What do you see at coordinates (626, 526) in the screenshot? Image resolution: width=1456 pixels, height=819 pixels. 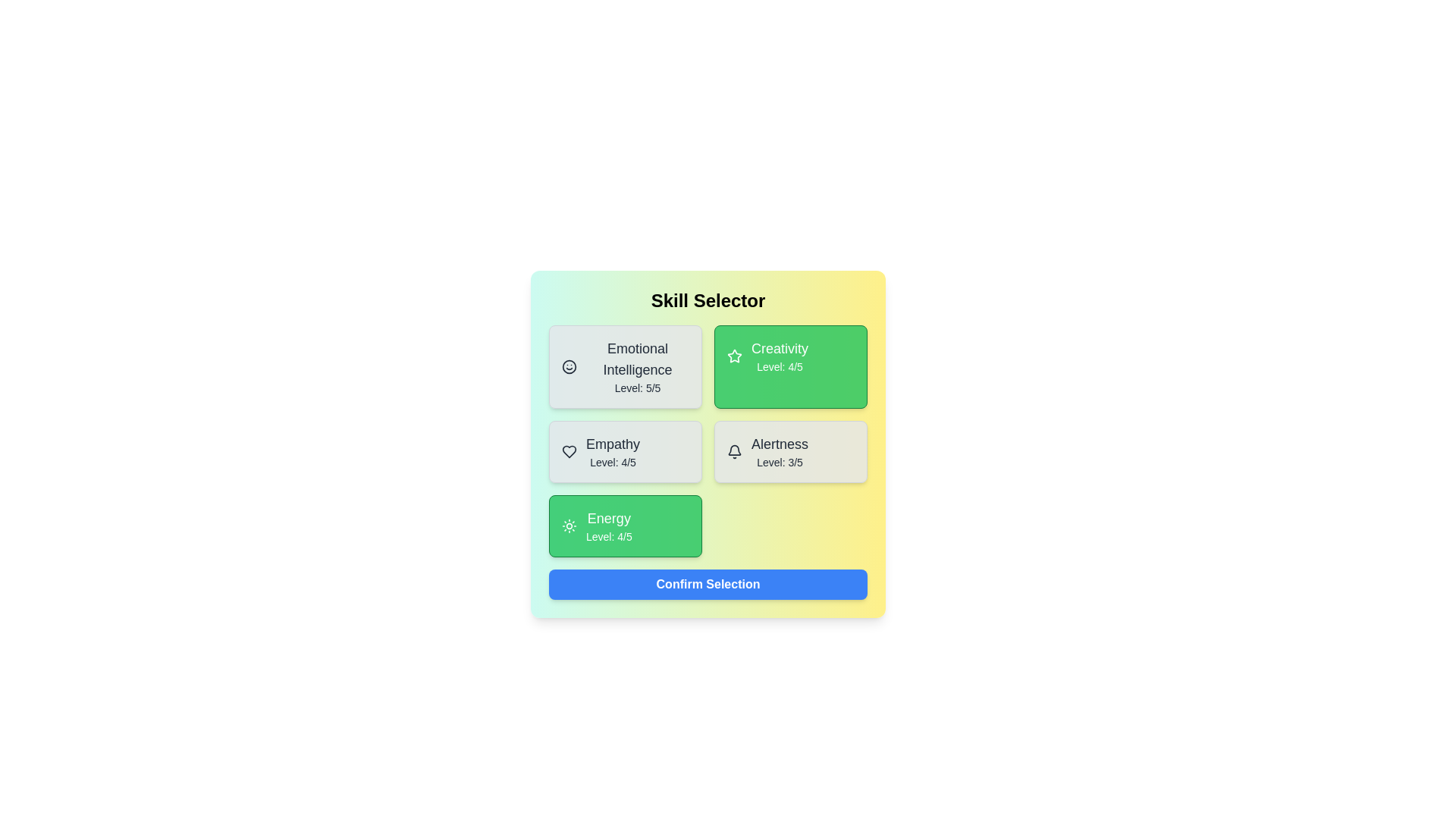 I see `the skill card identified by Energy` at bounding box center [626, 526].